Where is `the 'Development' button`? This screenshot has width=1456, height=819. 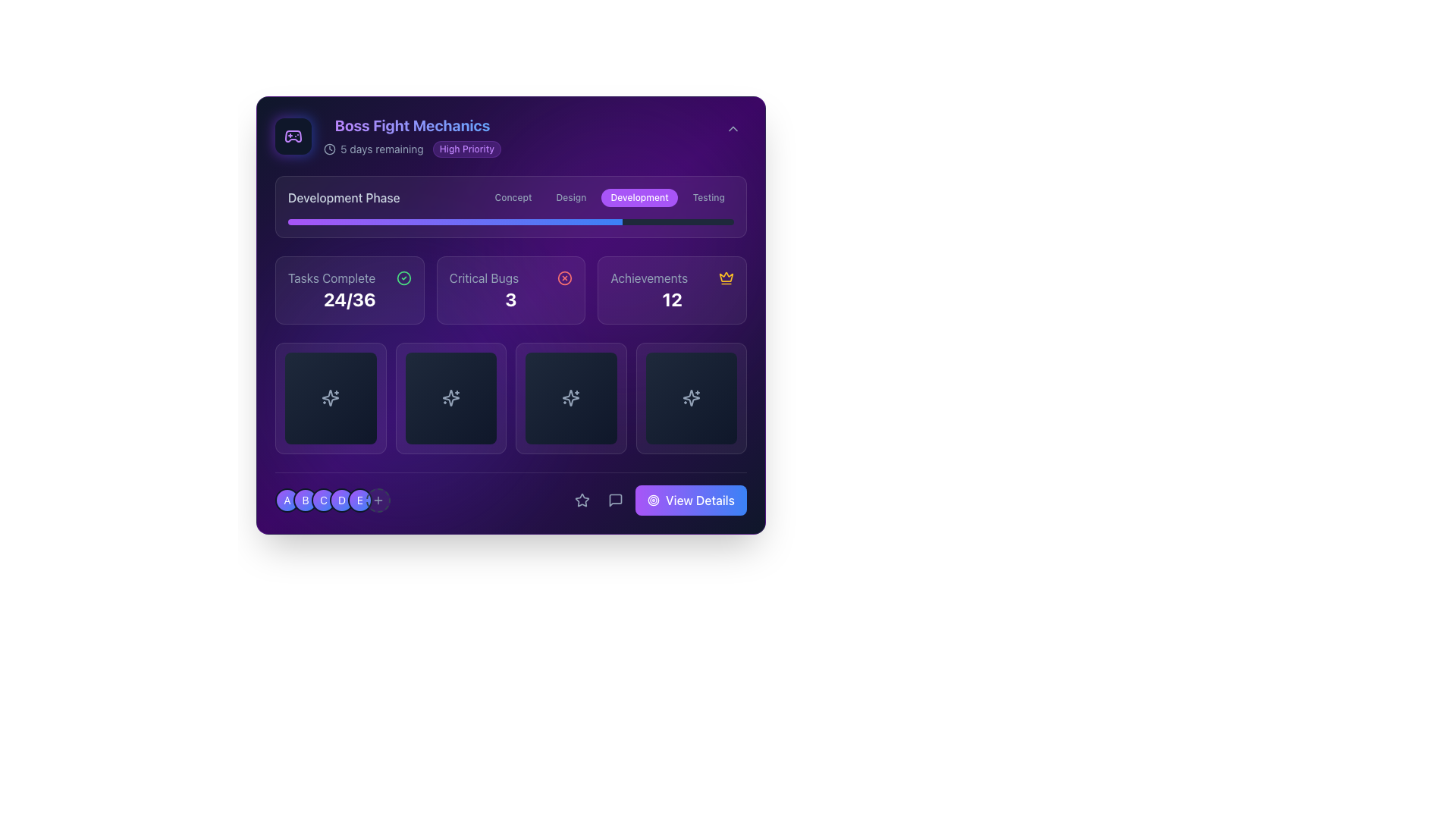 the 'Development' button is located at coordinates (610, 197).